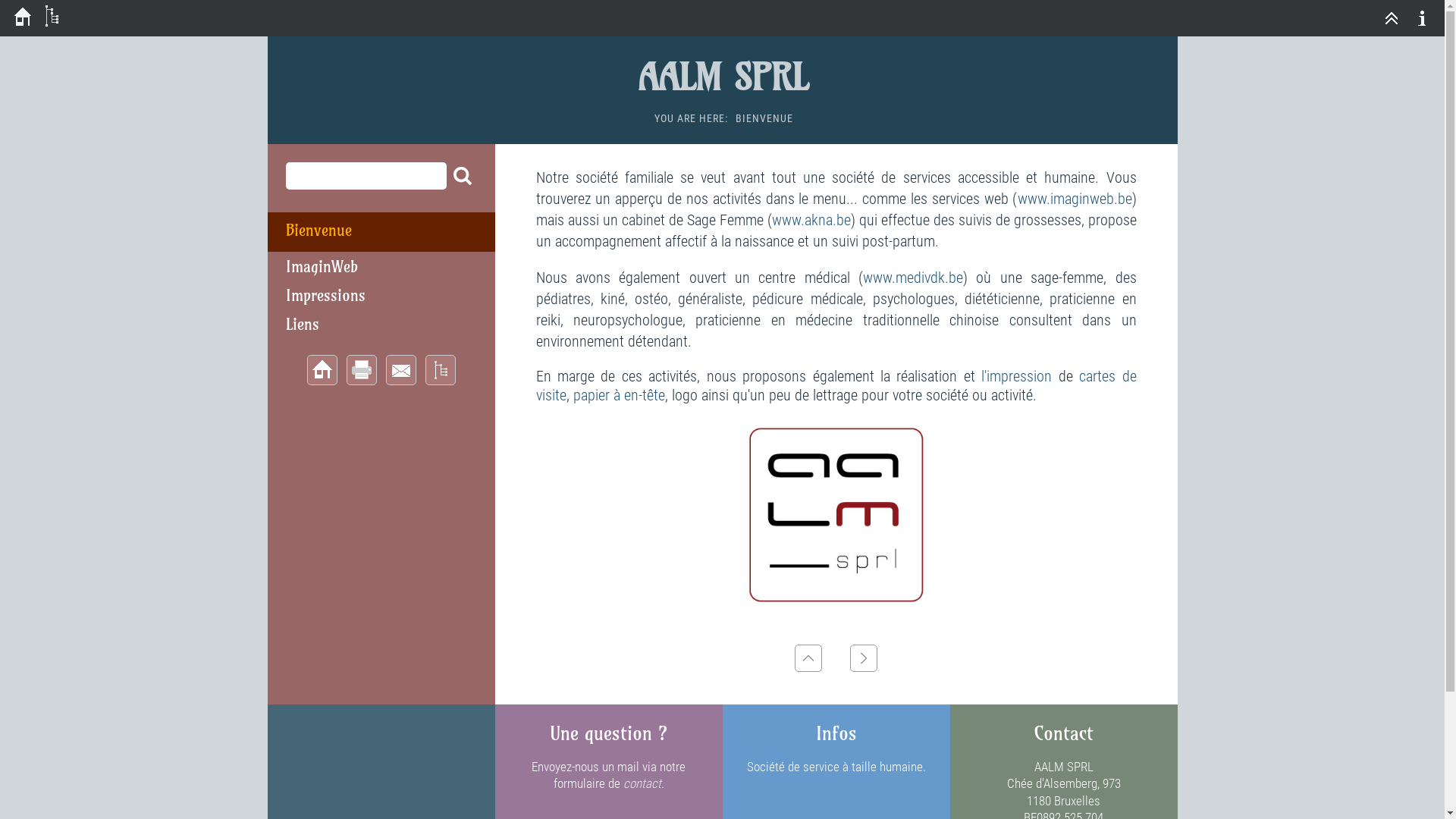 This screenshot has width=1456, height=819. Describe the element at coordinates (324, 295) in the screenshot. I see `'Impressions'` at that location.